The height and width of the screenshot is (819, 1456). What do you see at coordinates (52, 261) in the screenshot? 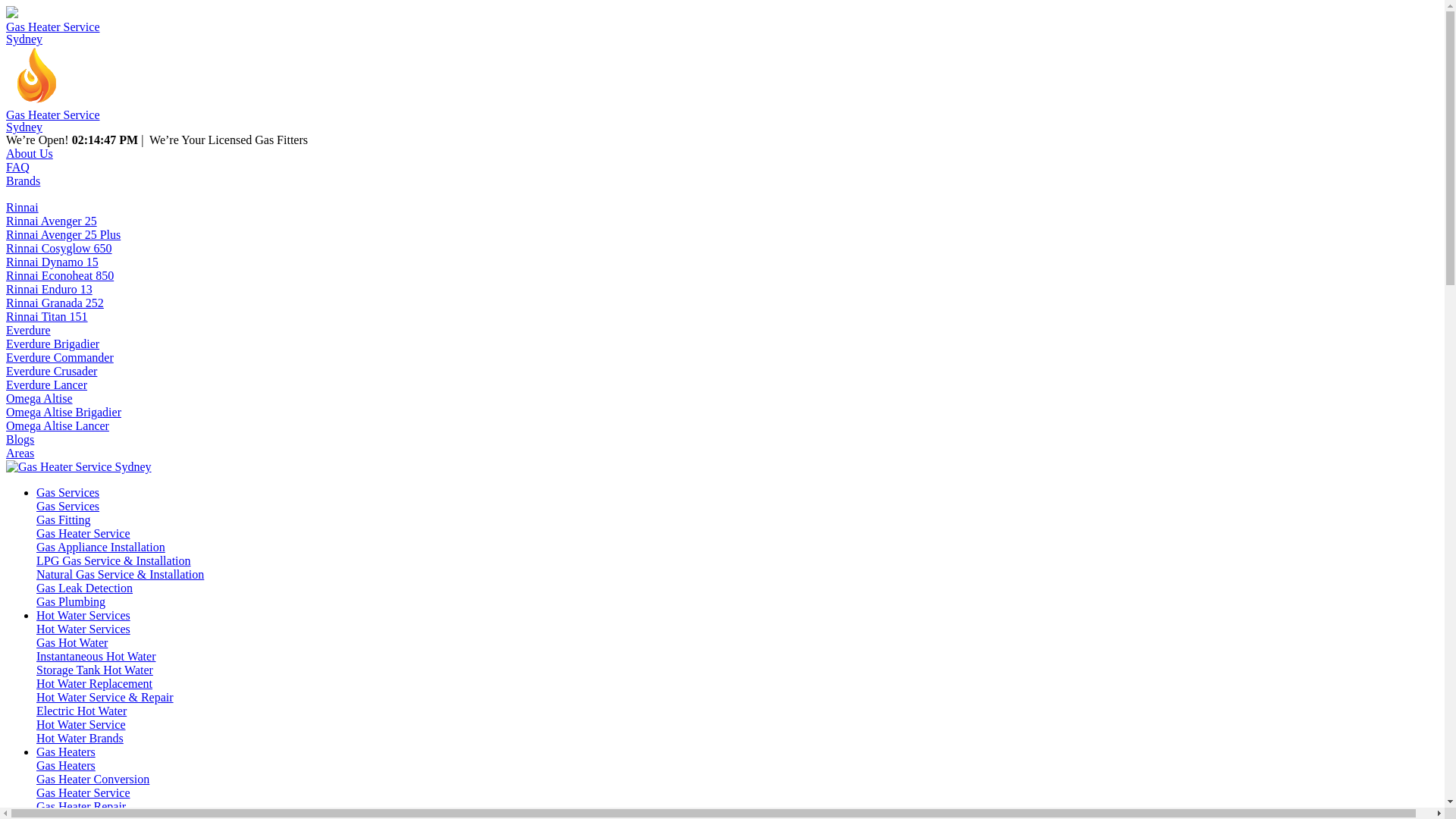
I see `'Rinnai Dynamo 15'` at bounding box center [52, 261].